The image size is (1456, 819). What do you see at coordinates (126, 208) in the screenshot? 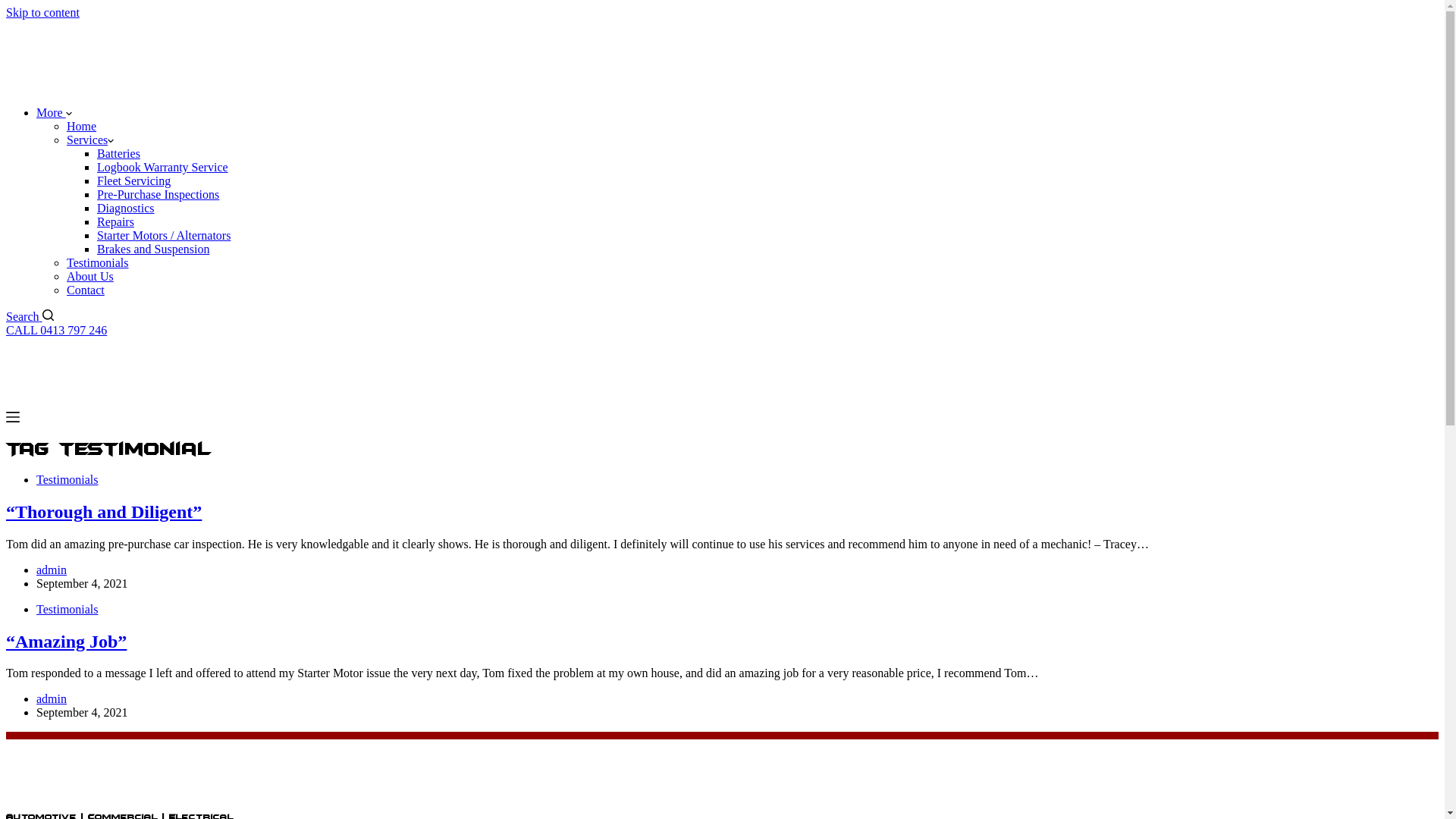
I see `'Diagnostics'` at bounding box center [126, 208].